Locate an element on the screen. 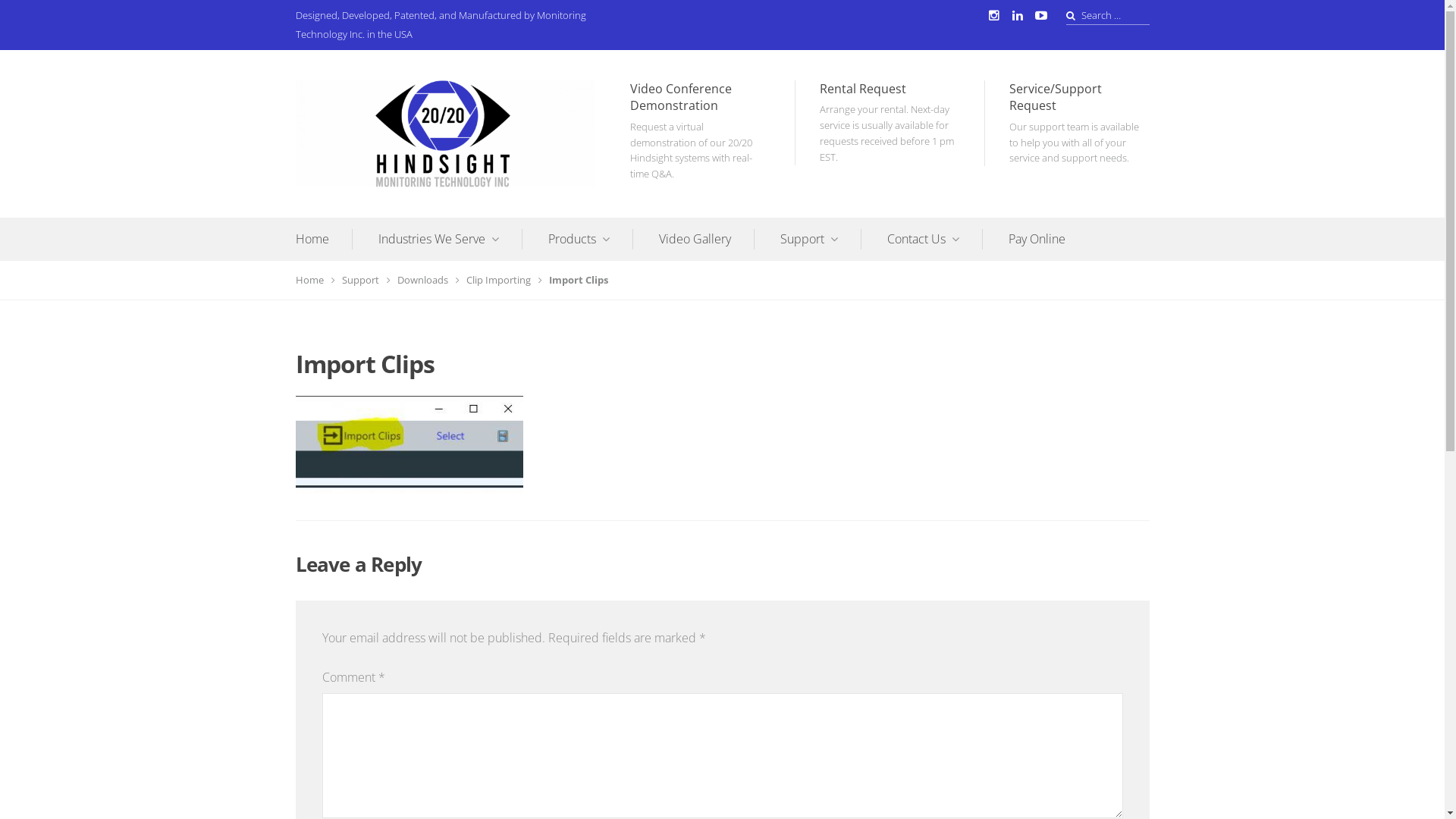  'Industries We Serve' is located at coordinates (449, 239).